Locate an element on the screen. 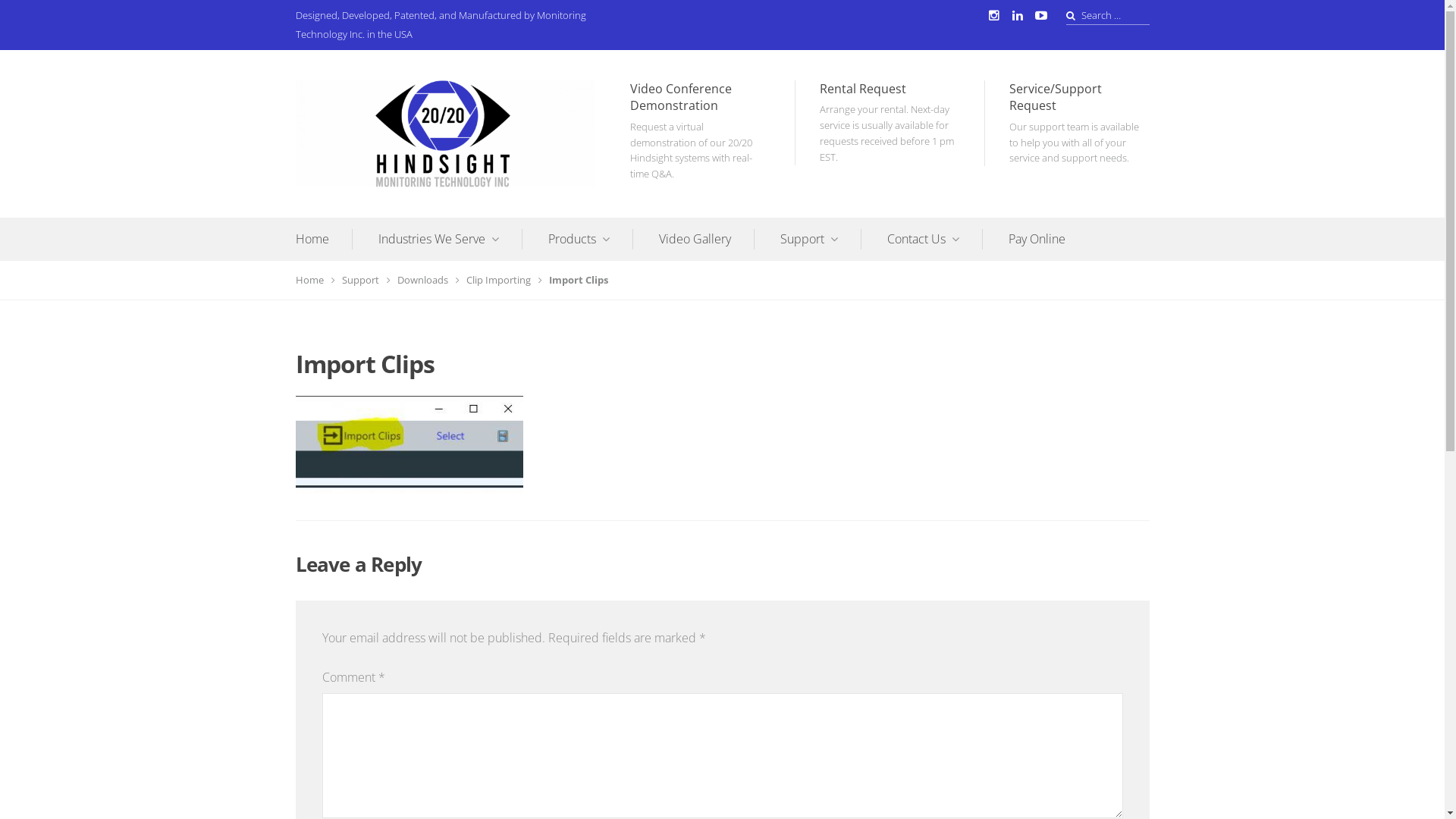  'Industries We Serve' is located at coordinates (449, 239).